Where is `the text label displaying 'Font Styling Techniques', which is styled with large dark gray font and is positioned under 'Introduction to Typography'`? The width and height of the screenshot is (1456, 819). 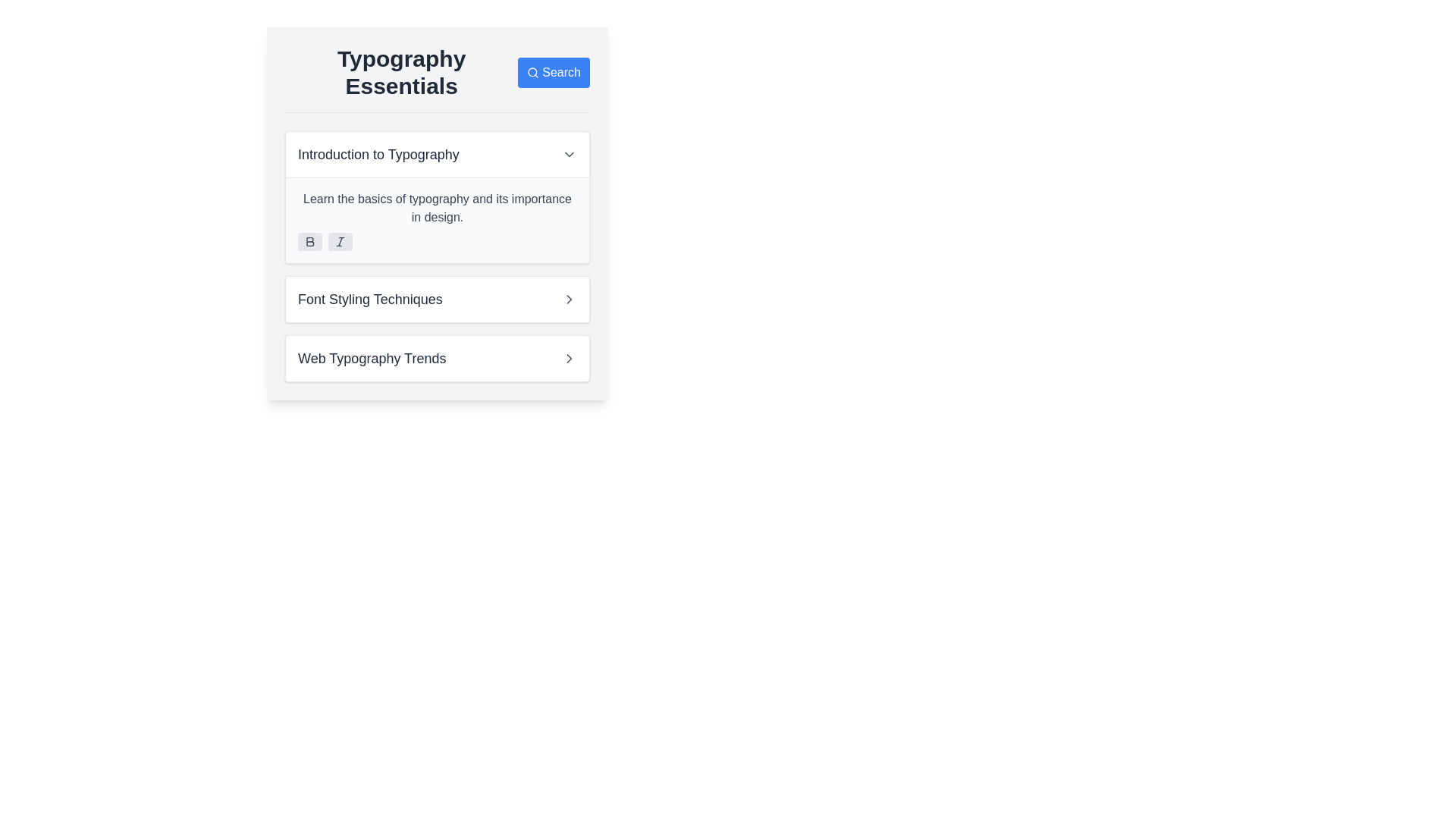
the text label displaying 'Font Styling Techniques', which is styled with large dark gray font and is positioned under 'Introduction to Typography' is located at coordinates (370, 299).